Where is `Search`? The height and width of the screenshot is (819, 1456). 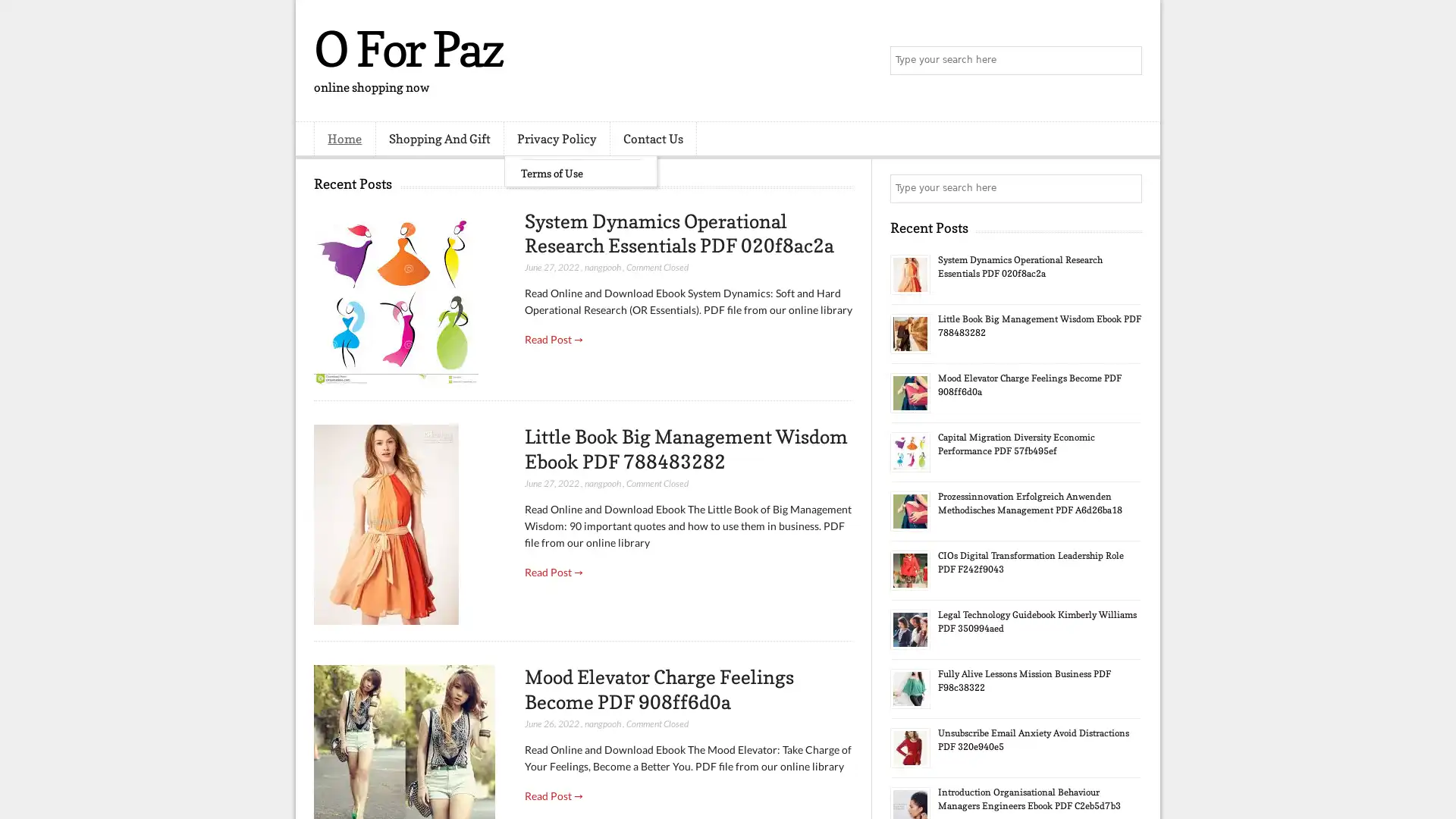
Search is located at coordinates (1126, 61).